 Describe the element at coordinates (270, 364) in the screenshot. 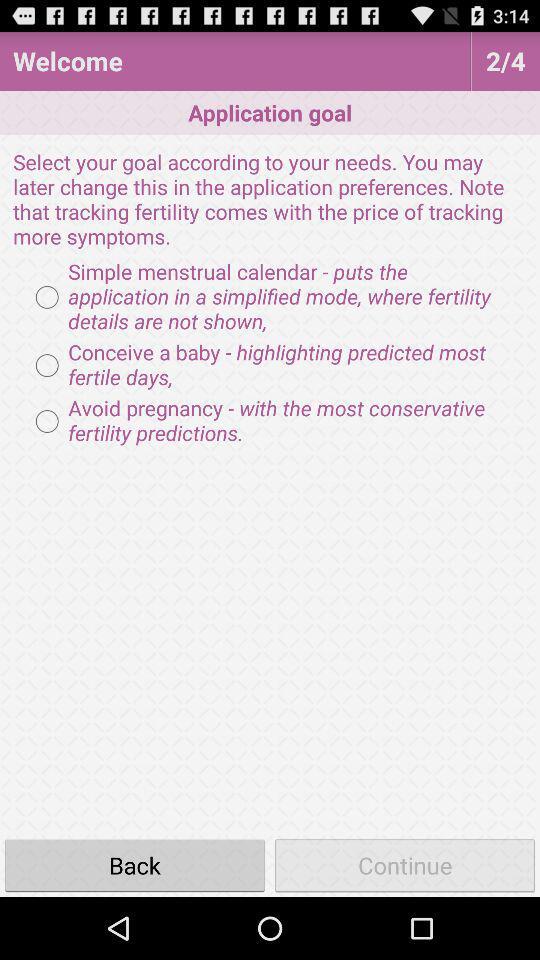

I see `the conceive a baby` at that location.